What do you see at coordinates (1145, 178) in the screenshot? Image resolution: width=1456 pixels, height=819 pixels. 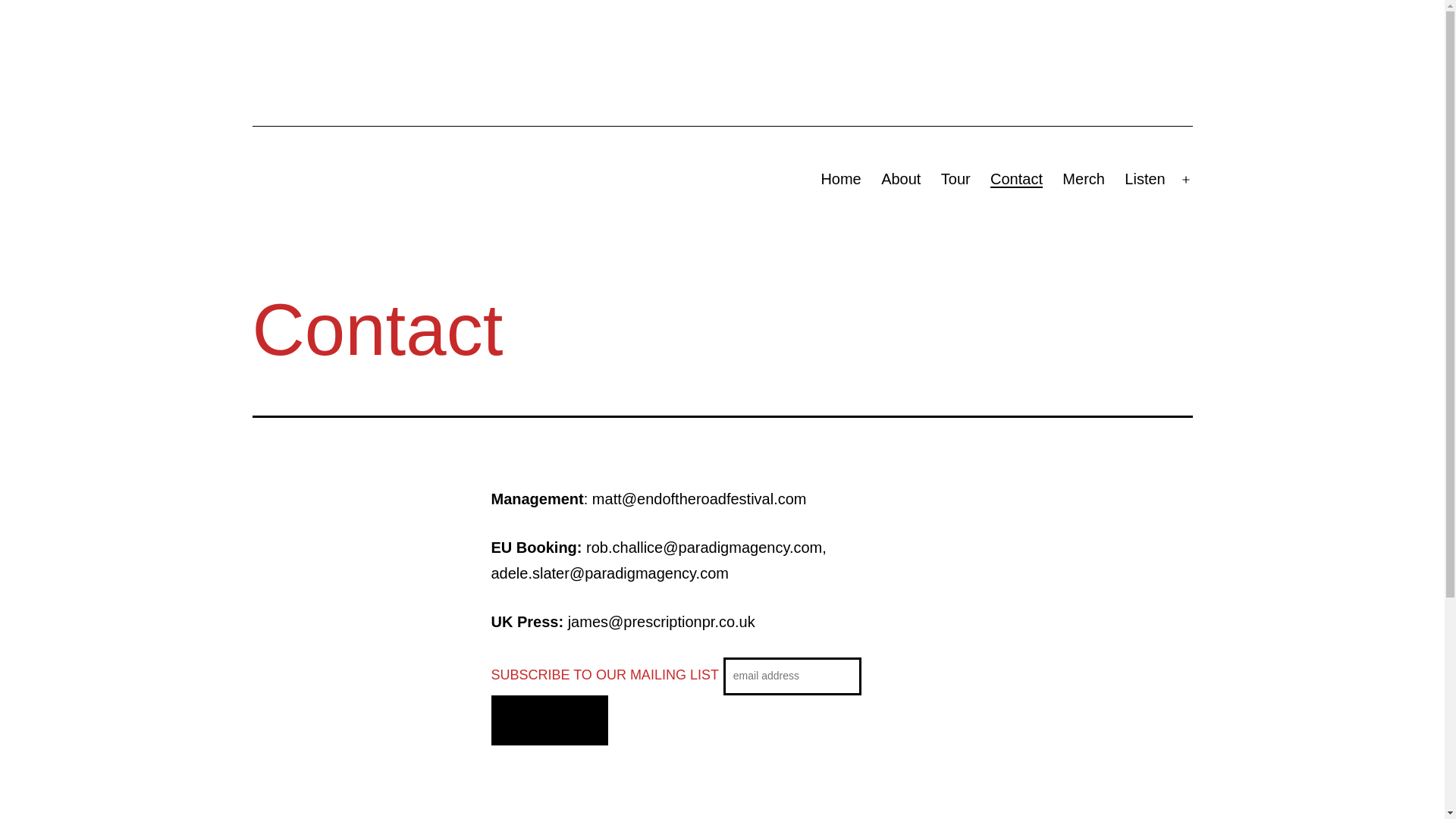 I see `'Listen'` at bounding box center [1145, 178].